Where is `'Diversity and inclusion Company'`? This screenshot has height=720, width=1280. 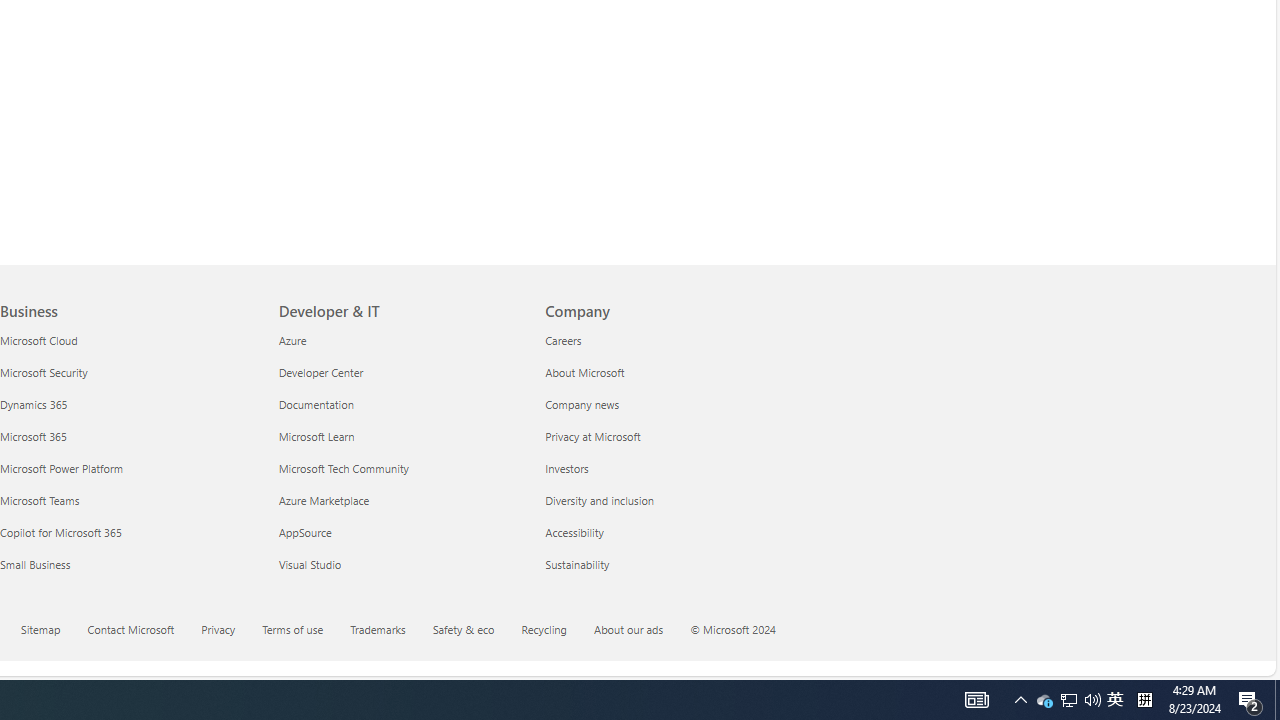 'Diversity and inclusion Company' is located at coordinates (599, 499).